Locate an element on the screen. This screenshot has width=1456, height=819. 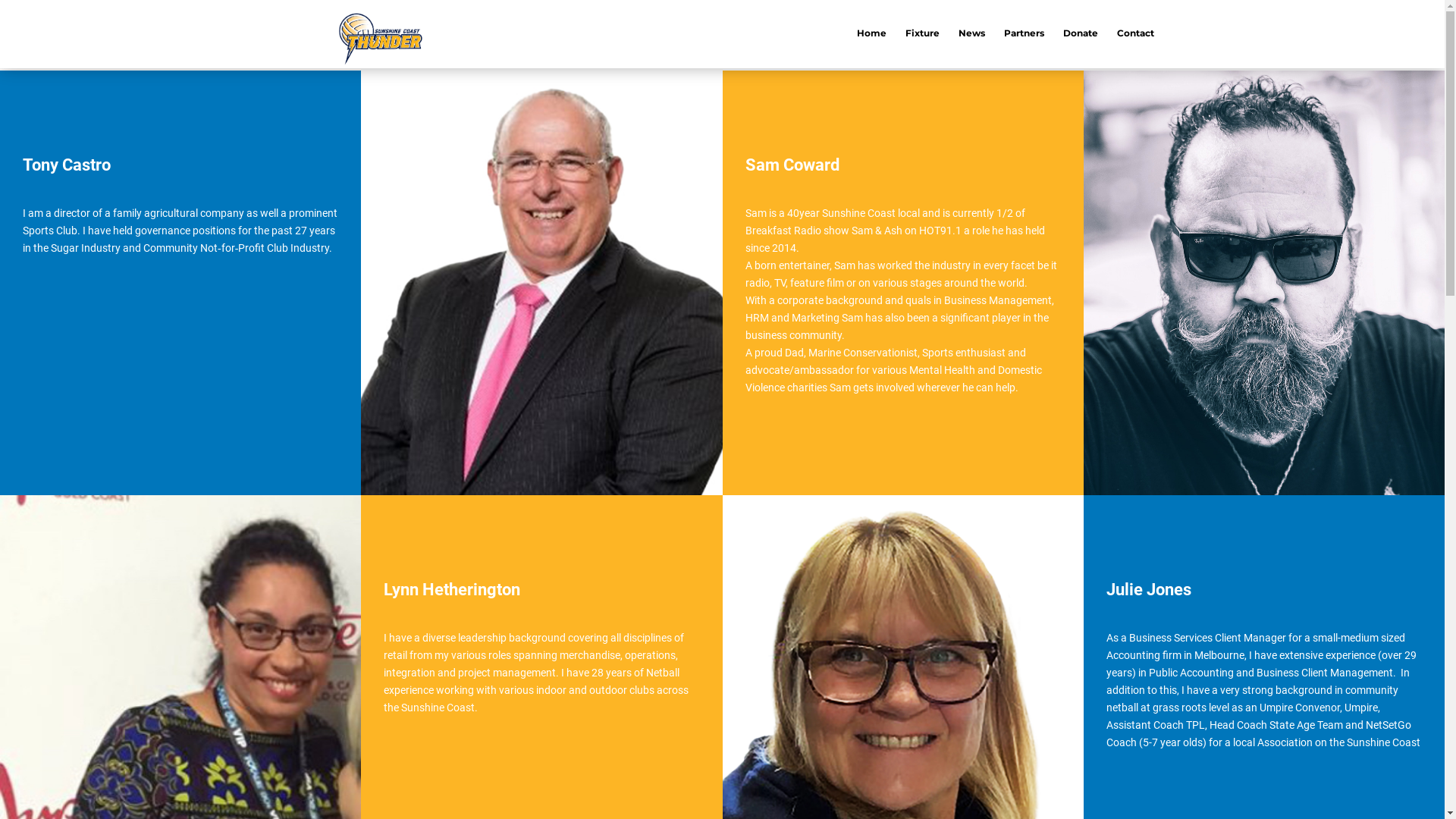
'Donate' is located at coordinates (1080, 34).